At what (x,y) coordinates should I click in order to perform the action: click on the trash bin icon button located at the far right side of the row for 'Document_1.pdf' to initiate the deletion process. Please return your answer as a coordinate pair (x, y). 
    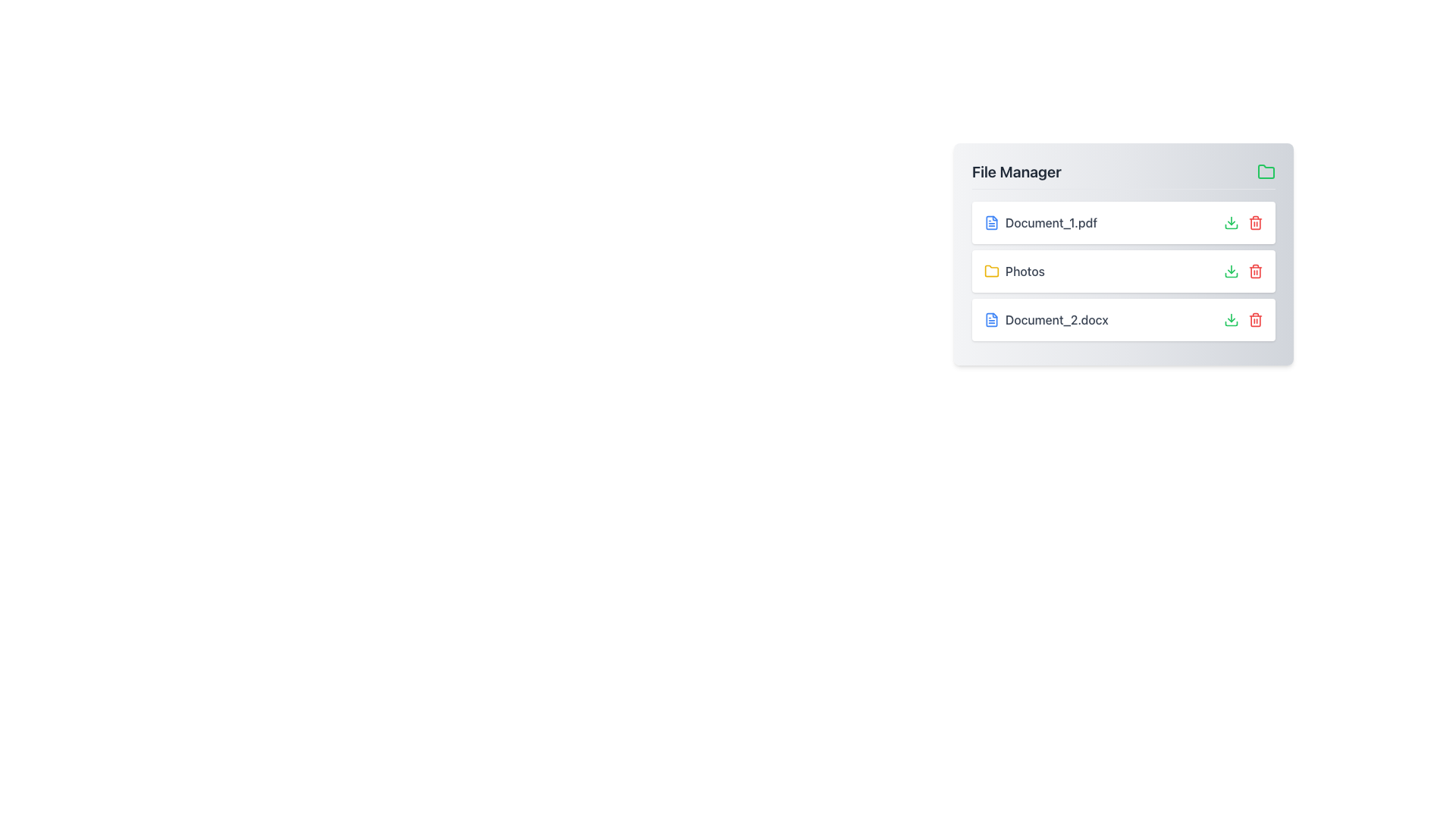
    Looking at the image, I should click on (1256, 222).